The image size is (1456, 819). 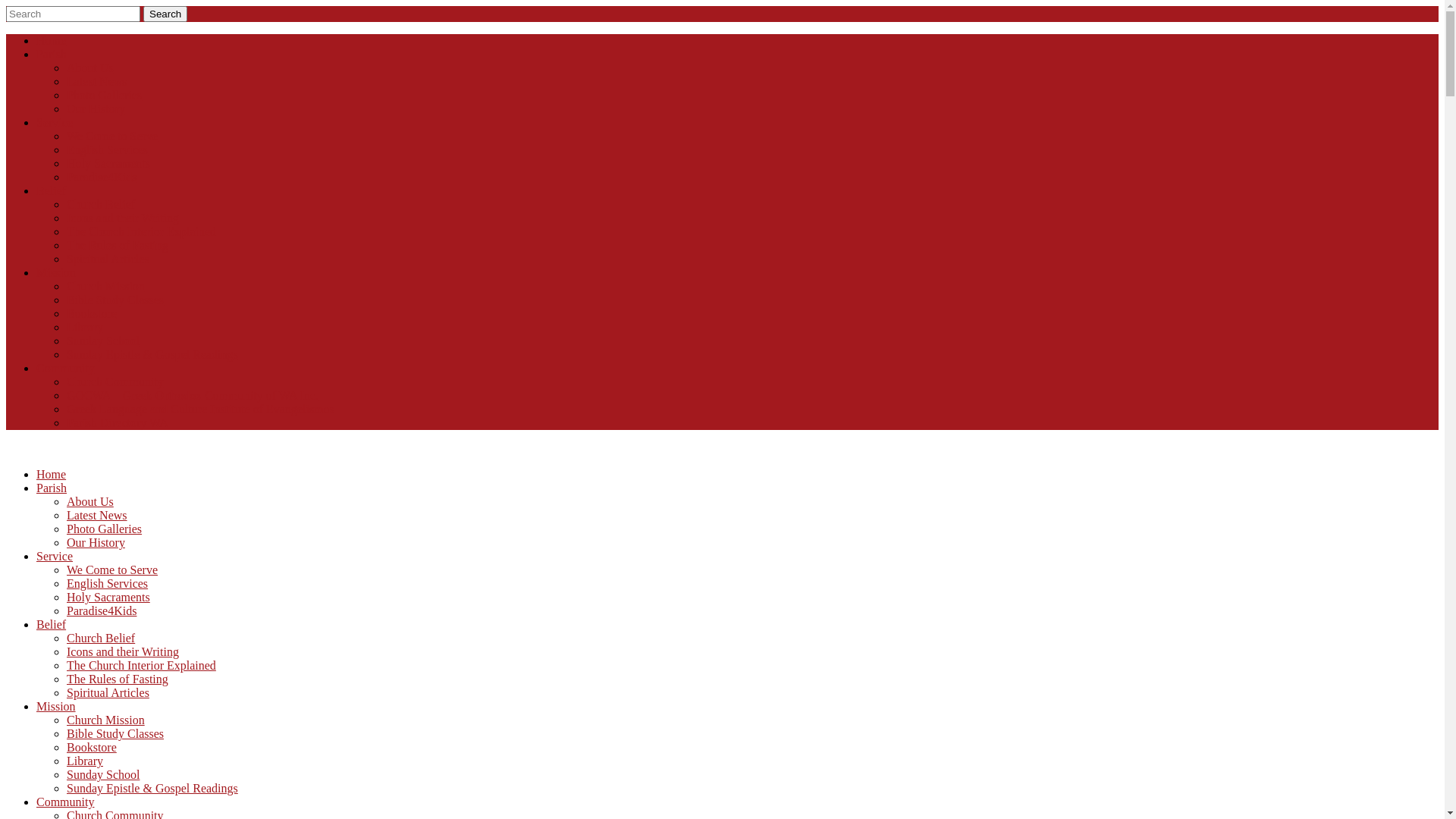 What do you see at coordinates (108, 596) in the screenshot?
I see `'Holy Sacraments'` at bounding box center [108, 596].